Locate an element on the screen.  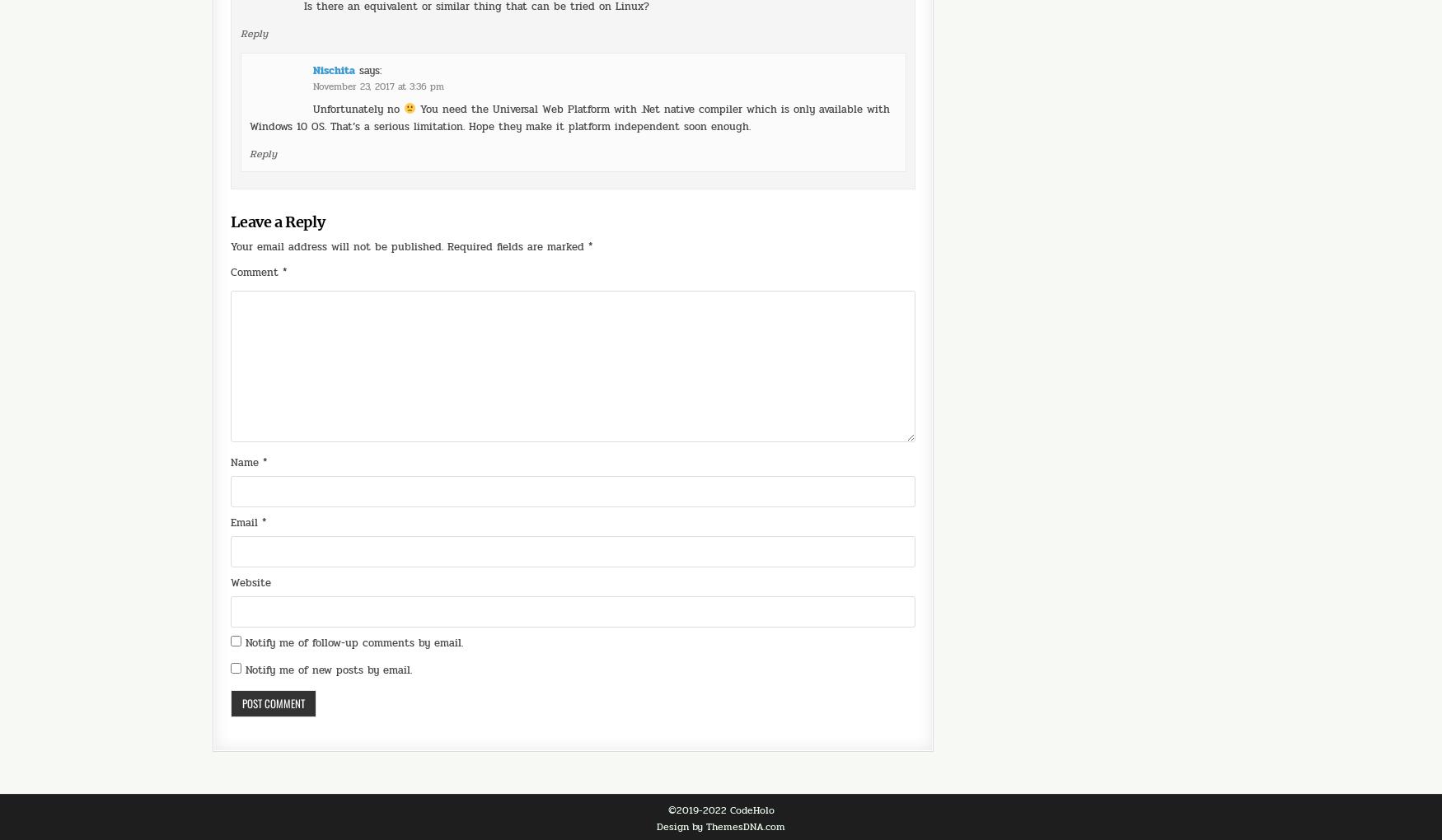
'November 23, 2017 at 3:36 pm' is located at coordinates (378, 40).